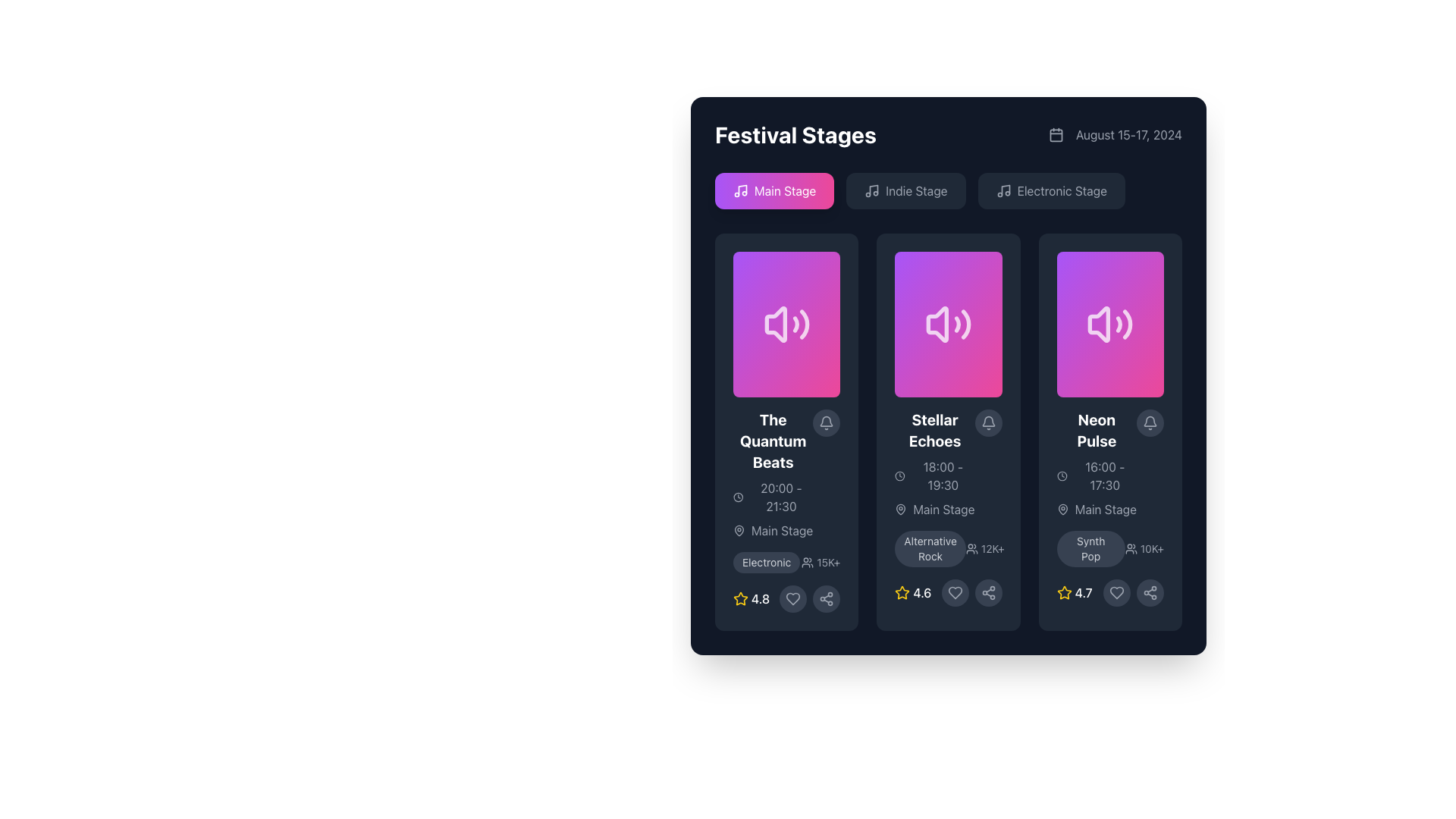 This screenshot has width=1456, height=819. I want to click on the circular button with a dark gray background and a white heart icon, which is the second button in the row of action buttons below the 'Stellar Echoes' event card, so click(954, 592).